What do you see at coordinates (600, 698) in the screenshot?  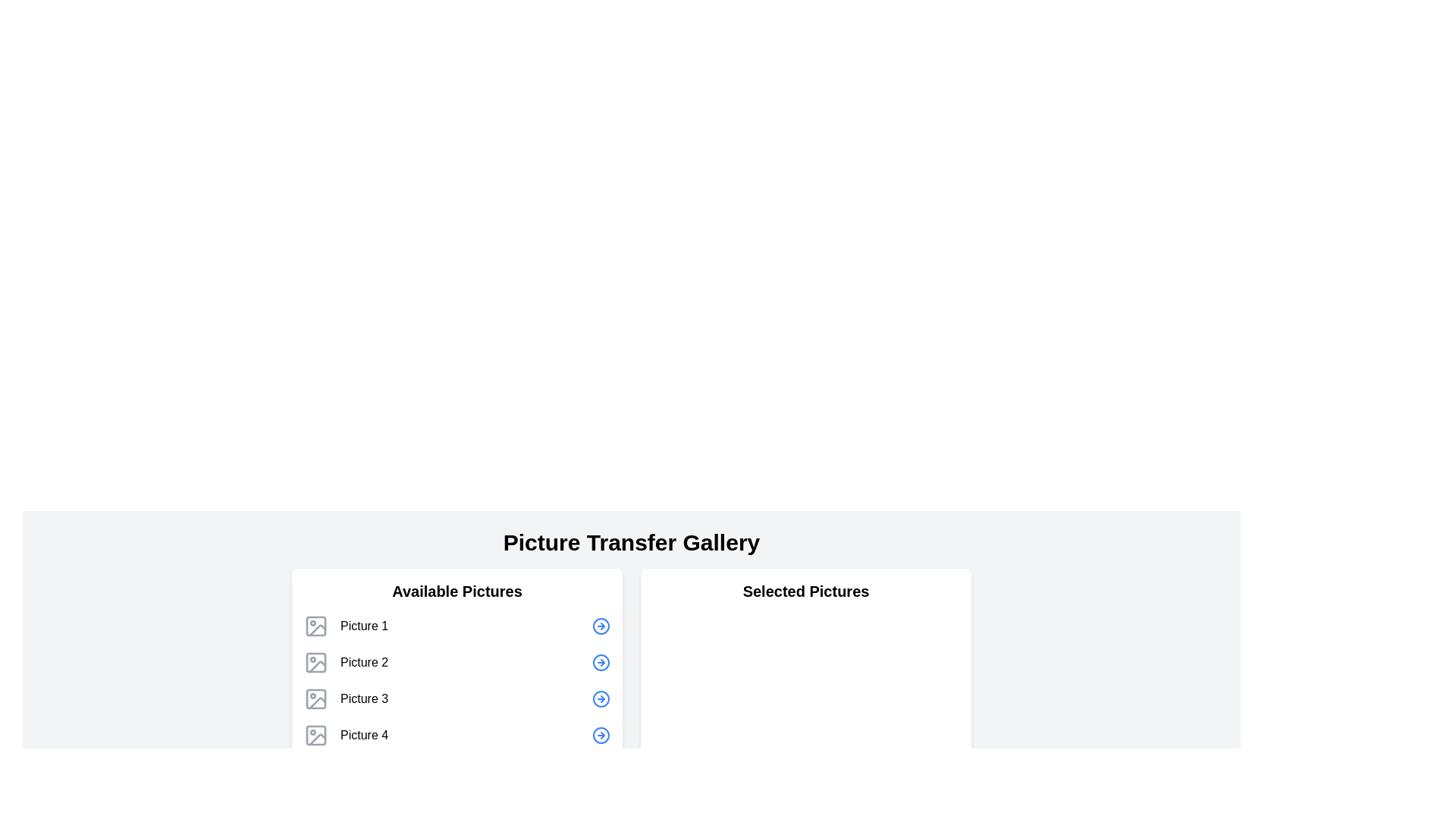 I see `the circular part of the right-arrow icon located to the right of the third picture row in the 'Available Pictures' section` at bounding box center [600, 698].